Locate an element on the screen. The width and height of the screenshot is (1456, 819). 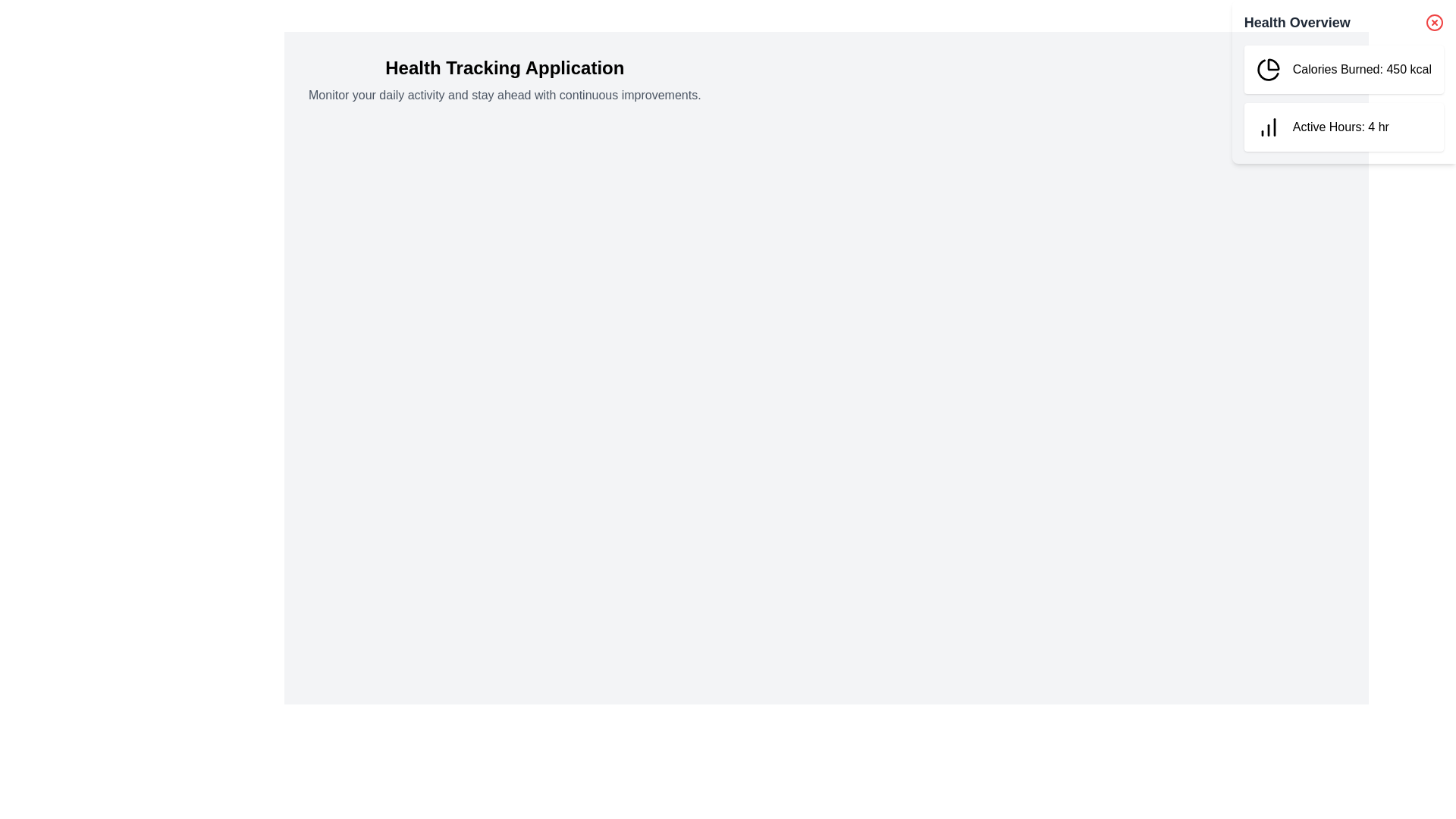
the text label that reads 'Monitor your daily activity and stay ahead with continuous improvements.', which is positioned below the 'Health Tracking Application' heading is located at coordinates (504, 96).